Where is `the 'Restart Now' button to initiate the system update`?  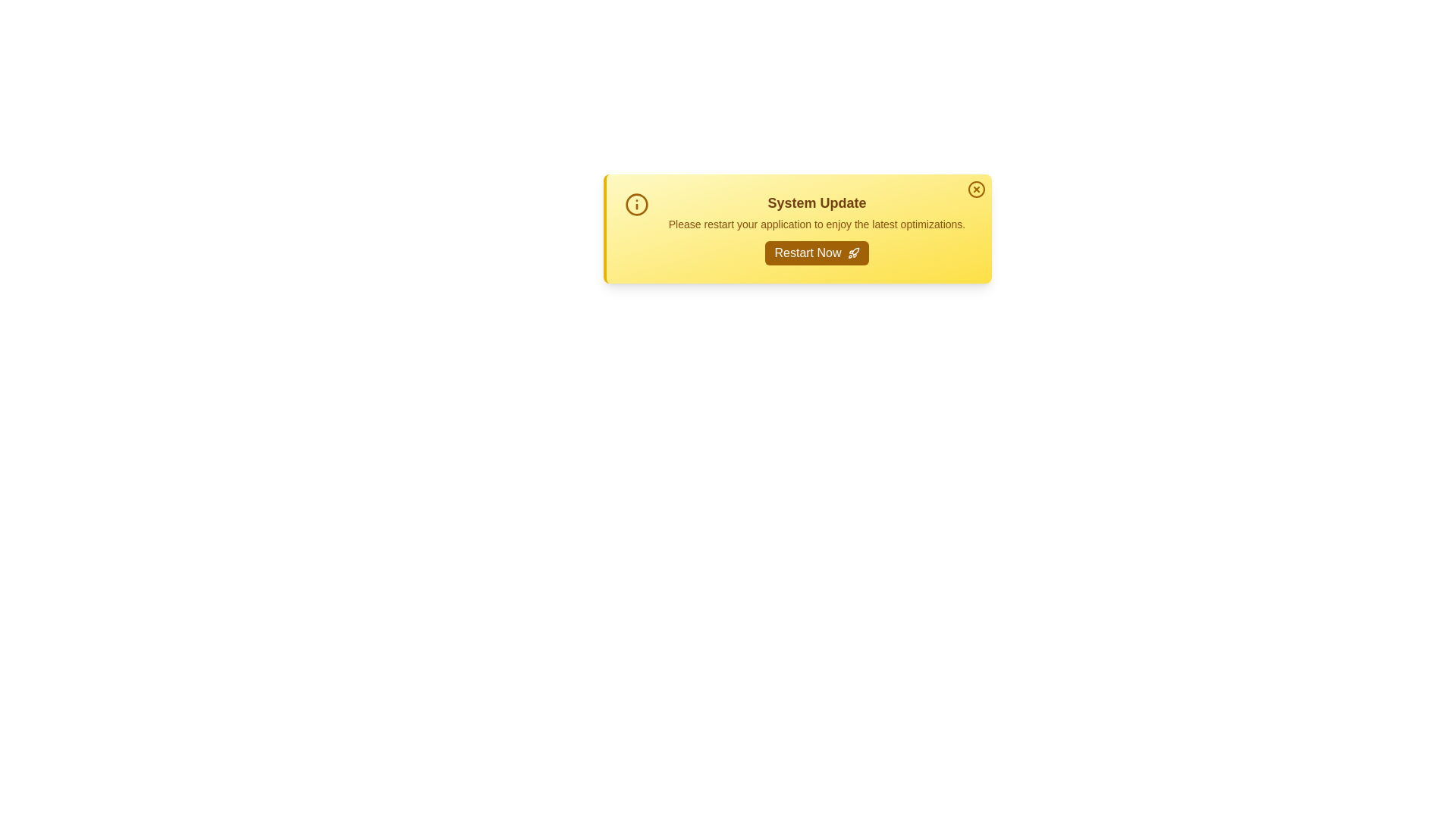
the 'Restart Now' button to initiate the system update is located at coordinates (816, 253).